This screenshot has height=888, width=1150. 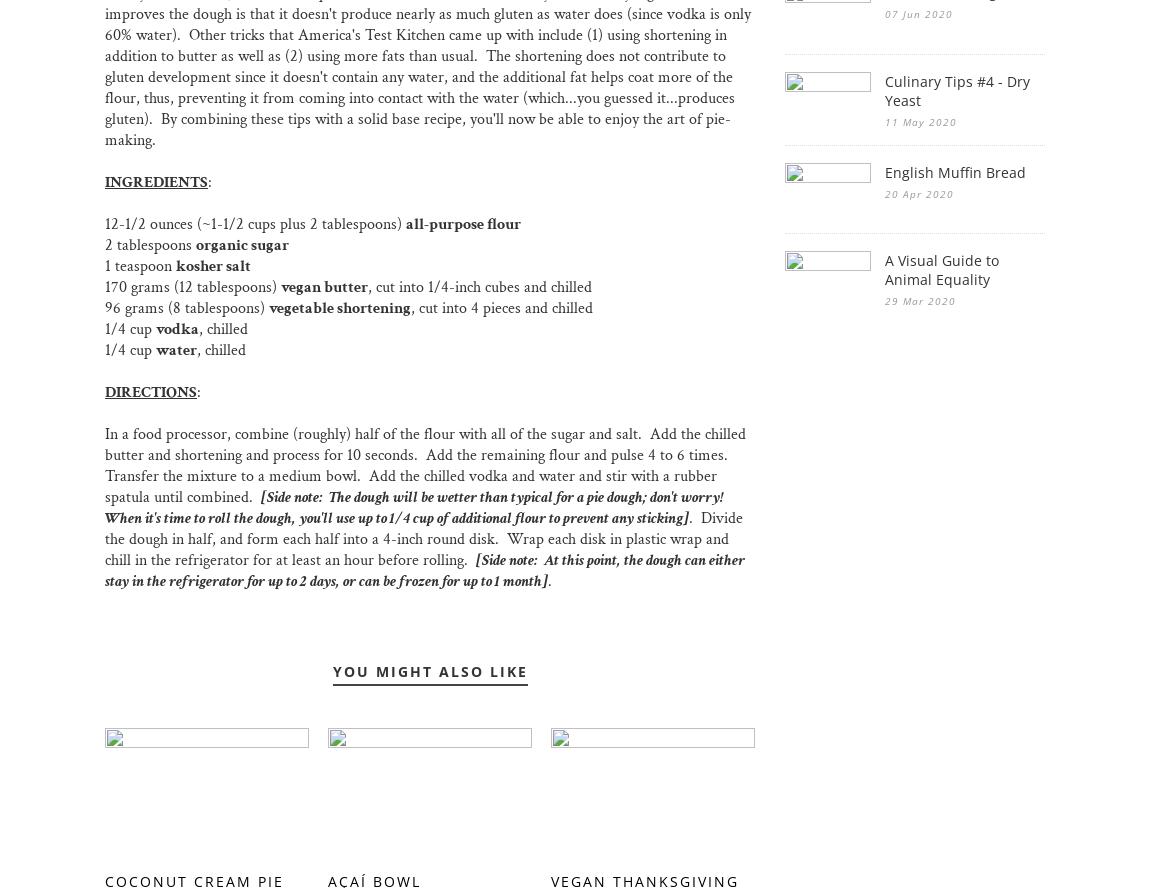 I want to click on 'A Visual Guide to Animal Equality', so click(x=941, y=268).